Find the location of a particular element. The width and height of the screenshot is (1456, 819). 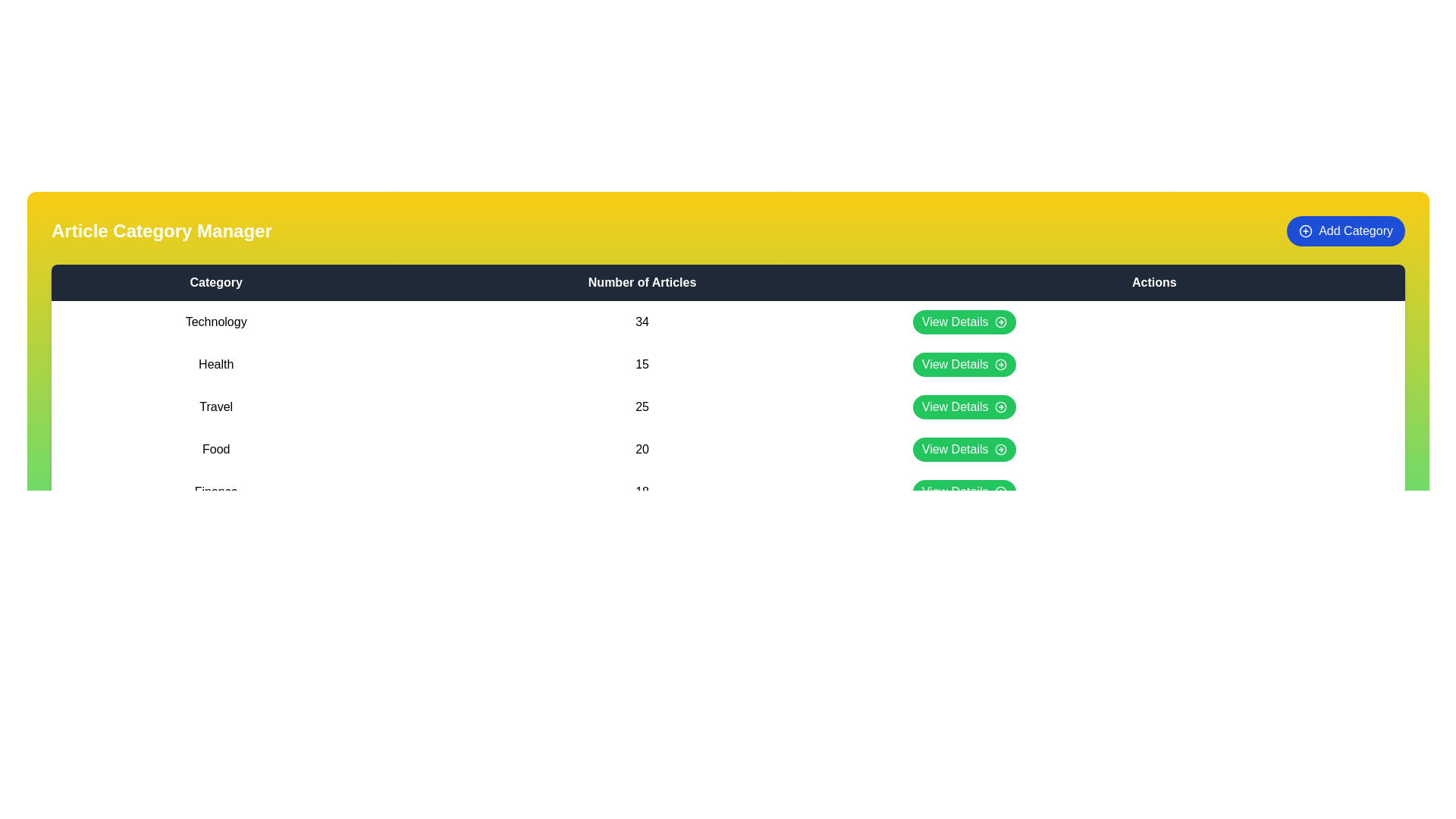

the row corresponding to the category Finance is located at coordinates (728, 491).